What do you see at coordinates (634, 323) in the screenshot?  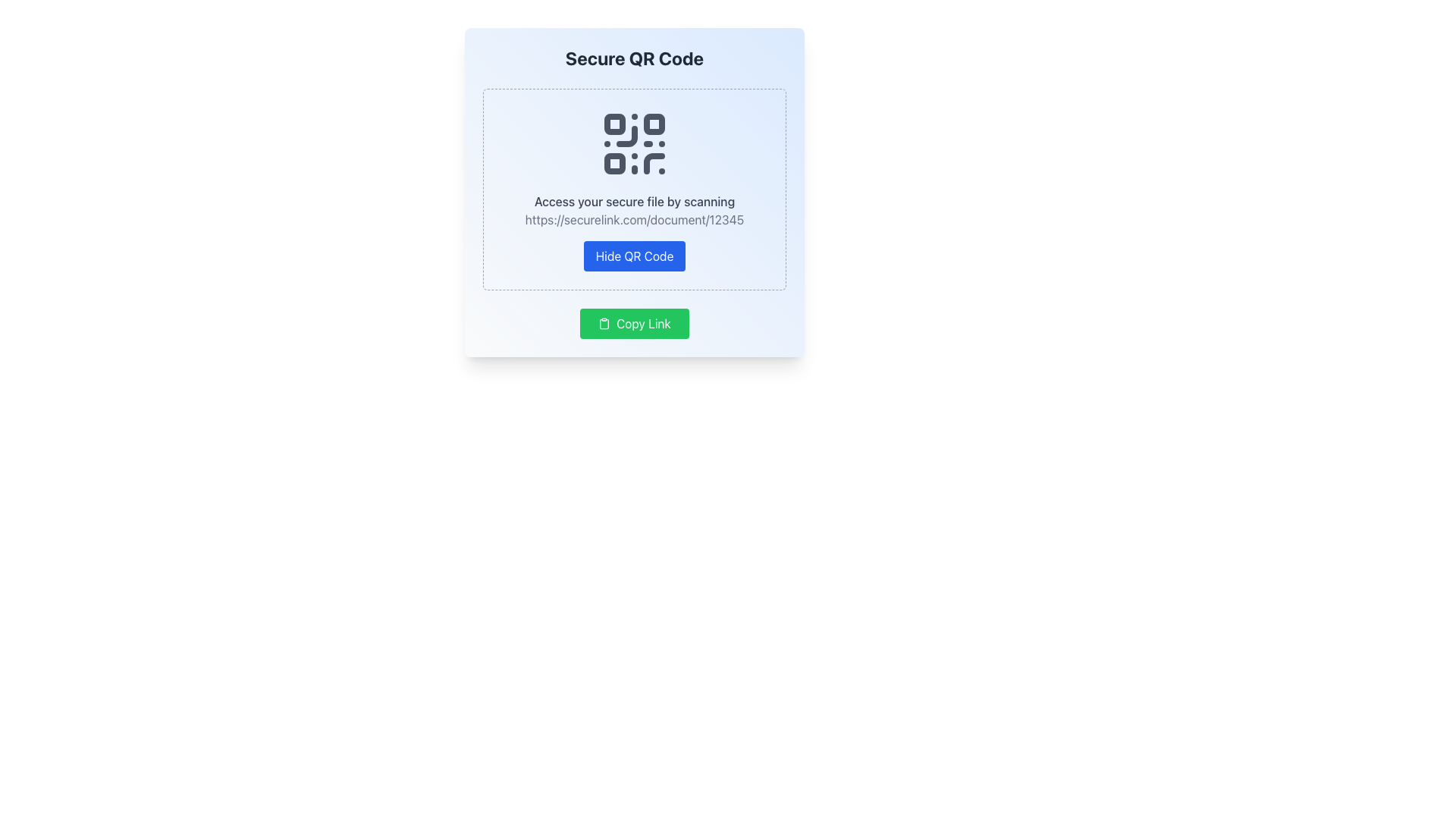 I see `the button that copies a secure link to the clipboard, located at the bottom center of the 'Secure QR Code' card interface` at bounding box center [634, 323].